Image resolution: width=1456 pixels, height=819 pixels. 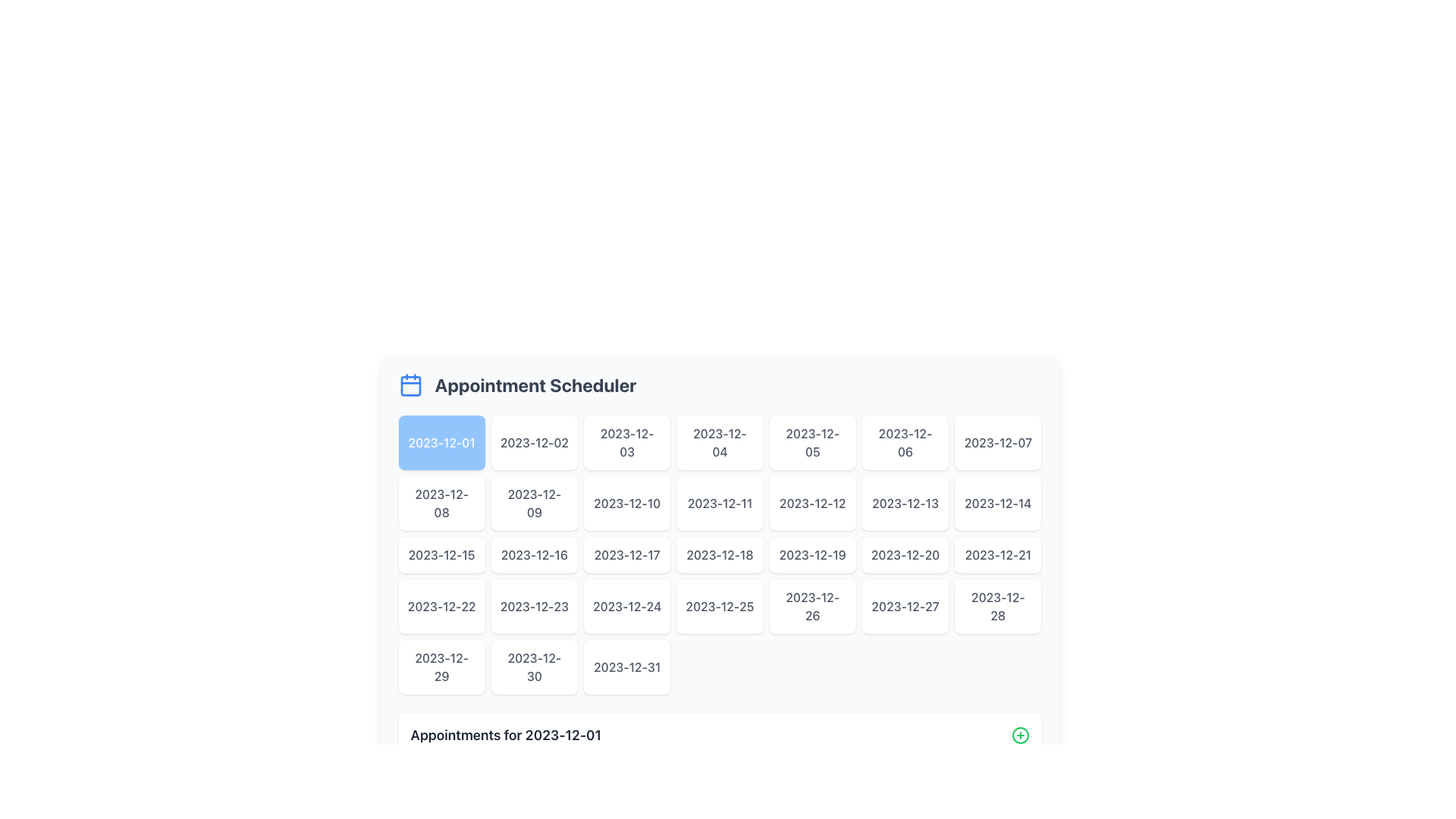 I want to click on the selectable date picker item for the date '2023-12-29' located in the last row and first column of the grid layout, so click(x=441, y=666).